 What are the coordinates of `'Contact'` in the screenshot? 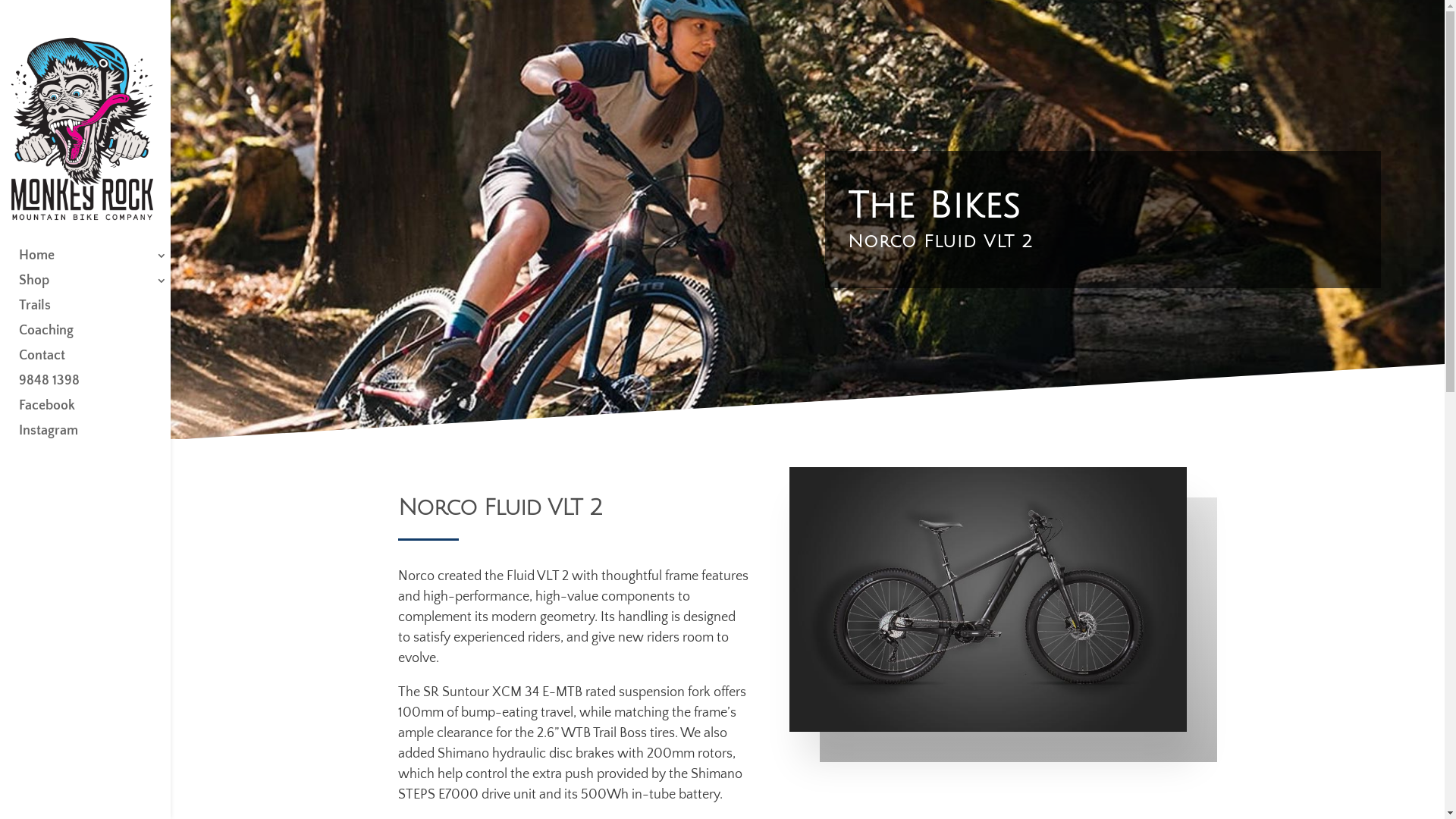 It's located at (99, 362).